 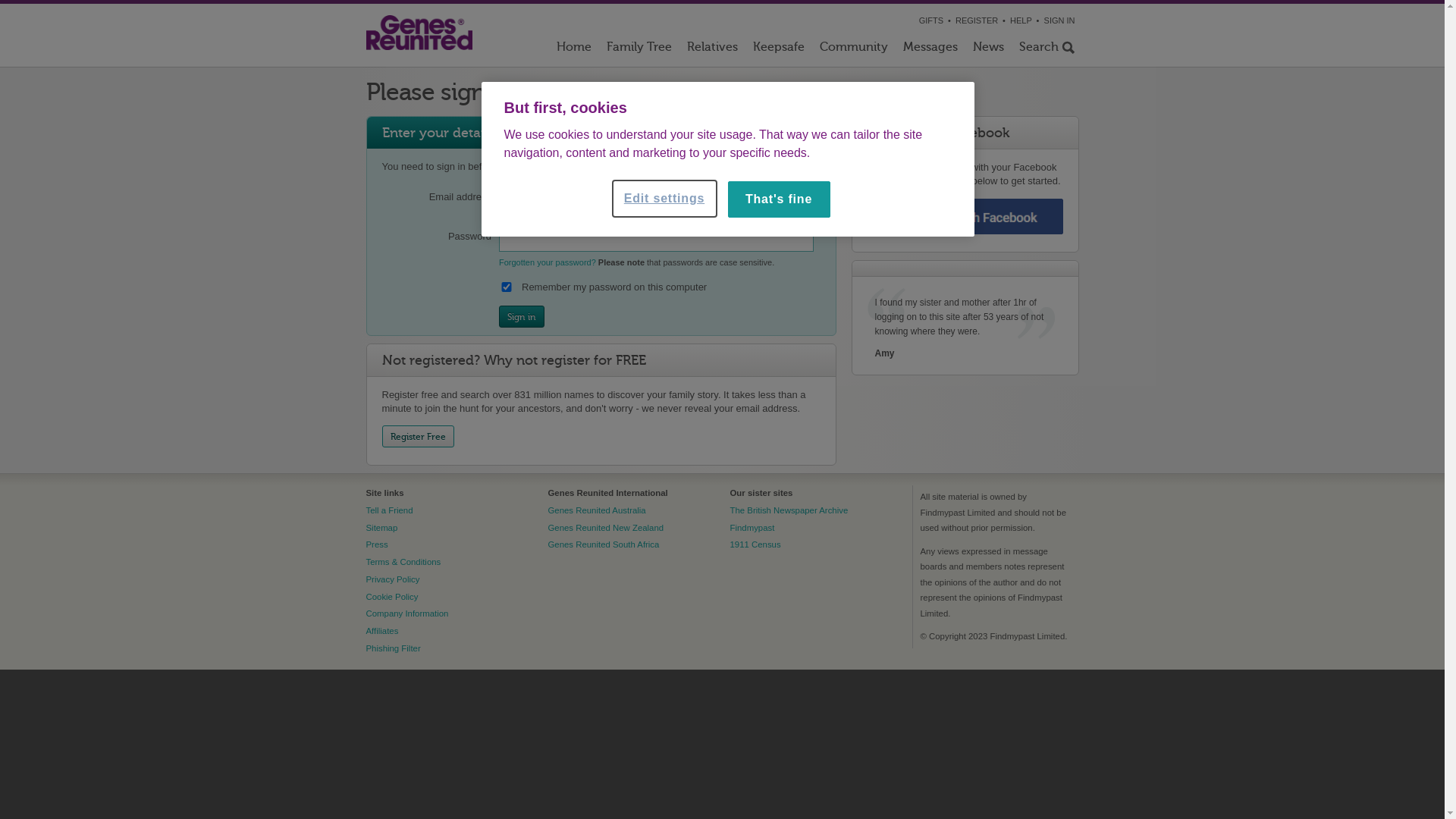 I want to click on 'Privacy Policy', so click(x=392, y=579).